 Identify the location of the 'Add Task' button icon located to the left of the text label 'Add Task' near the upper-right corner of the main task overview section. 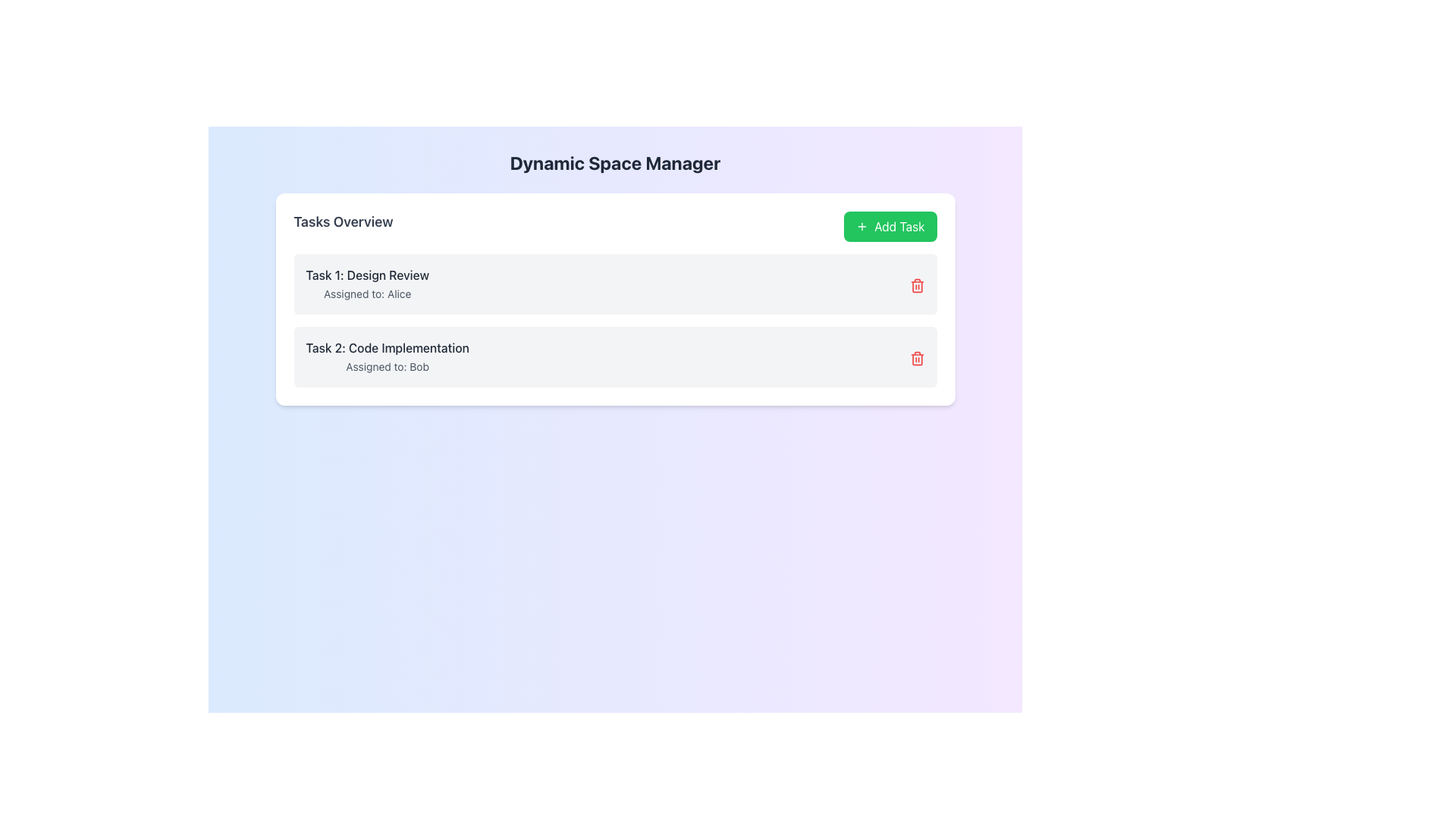
(862, 227).